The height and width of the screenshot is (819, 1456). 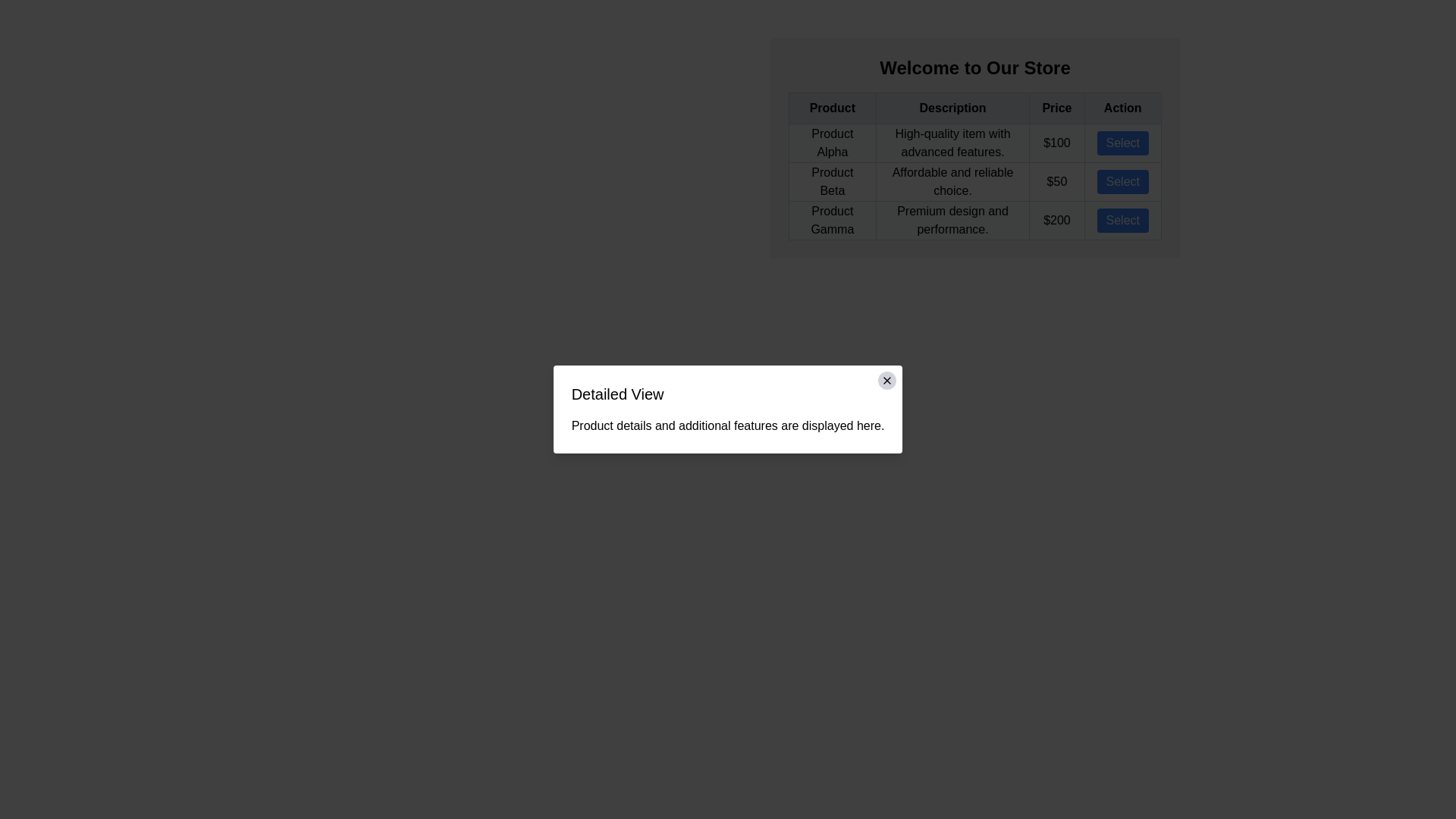 What do you see at coordinates (831, 220) in the screenshot?
I see `the static text element displaying 'Product Gamma', located in the leftmost column of the third row in a table, above 'Premium design and performance' and to the left of '$200'` at bounding box center [831, 220].